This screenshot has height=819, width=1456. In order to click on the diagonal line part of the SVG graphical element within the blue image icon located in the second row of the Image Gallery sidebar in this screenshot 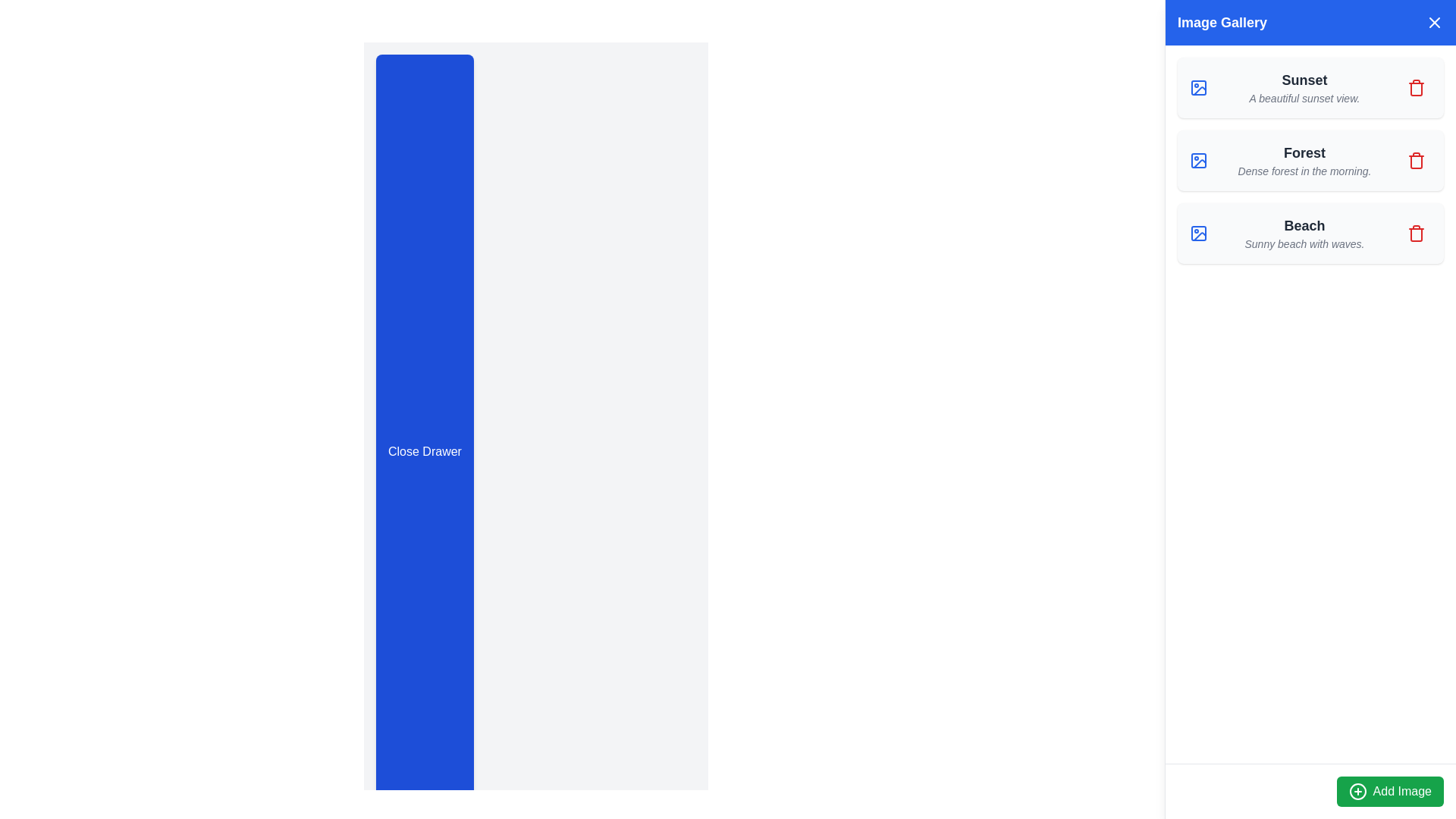, I will do `click(1199, 164)`.